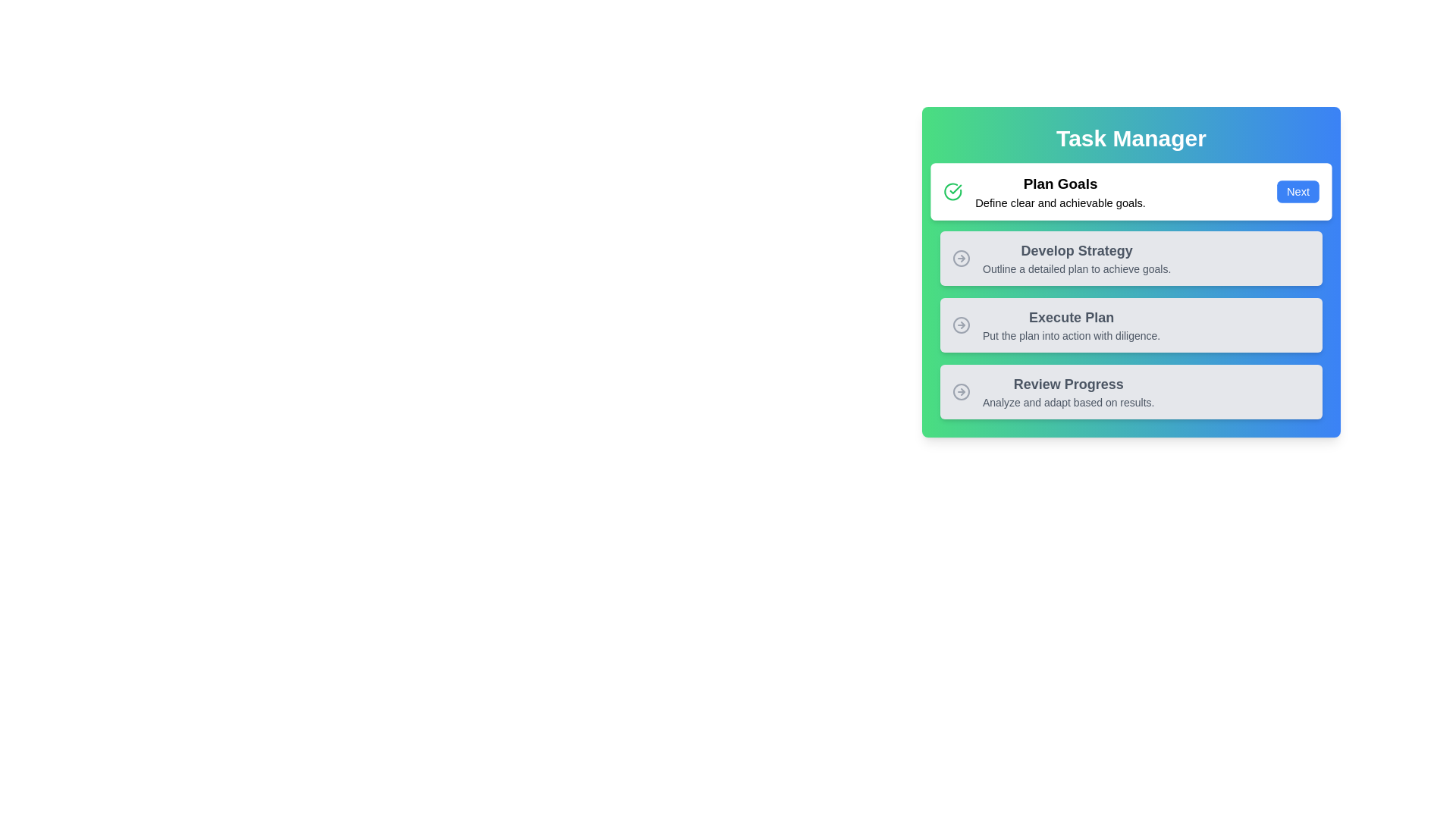 Image resolution: width=1456 pixels, height=819 pixels. I want to click on the text element styled in a smaller font size that reads 'Put the plan into action with diligence.' located beneath the 'Execute Plan' heading in the 'Task Manager' card interface, so click(1071, 335).